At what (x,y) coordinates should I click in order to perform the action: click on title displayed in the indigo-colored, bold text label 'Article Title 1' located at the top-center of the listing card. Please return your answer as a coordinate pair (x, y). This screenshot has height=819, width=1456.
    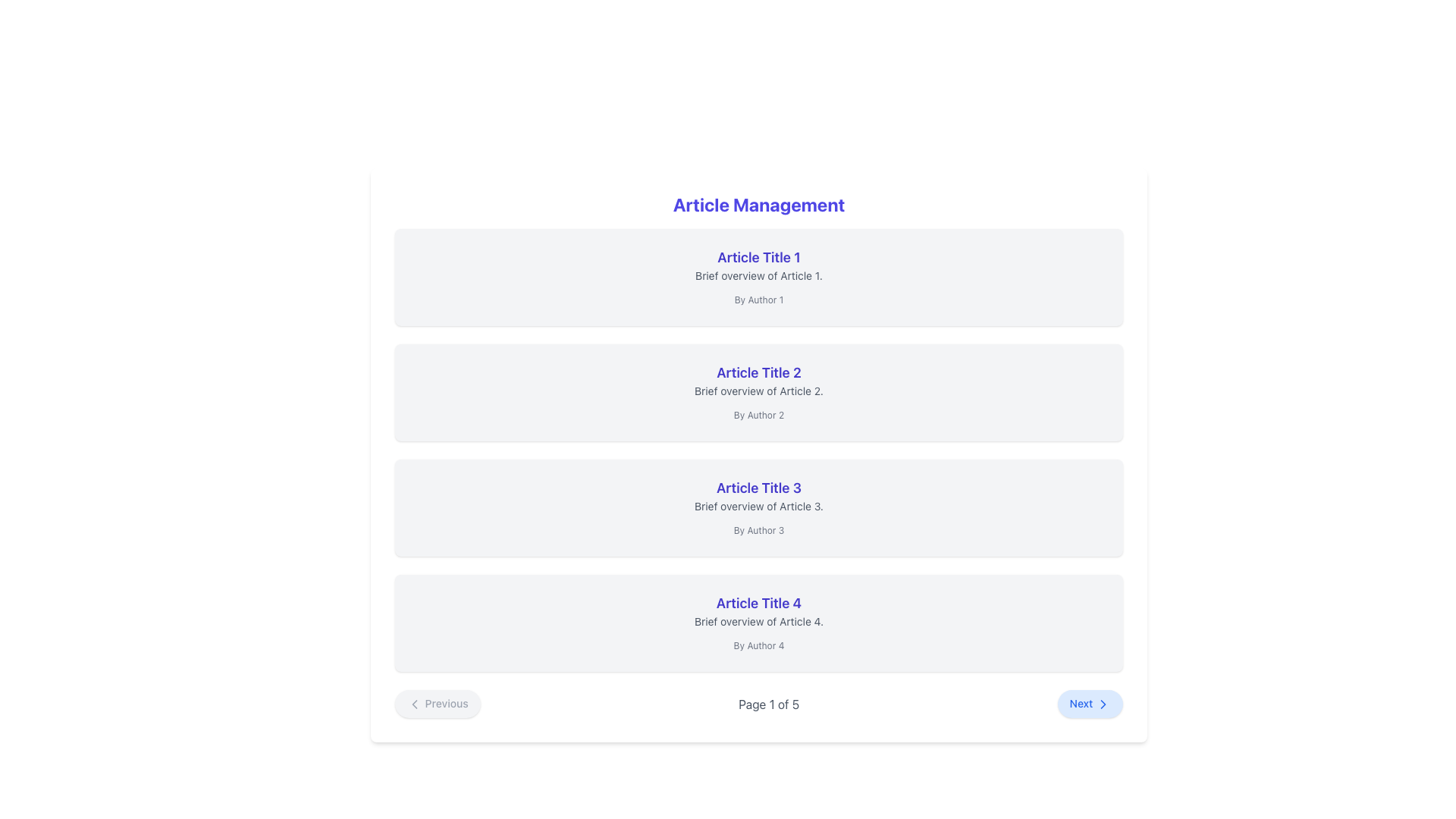
    Looking at the image, I should click on (759, 256).